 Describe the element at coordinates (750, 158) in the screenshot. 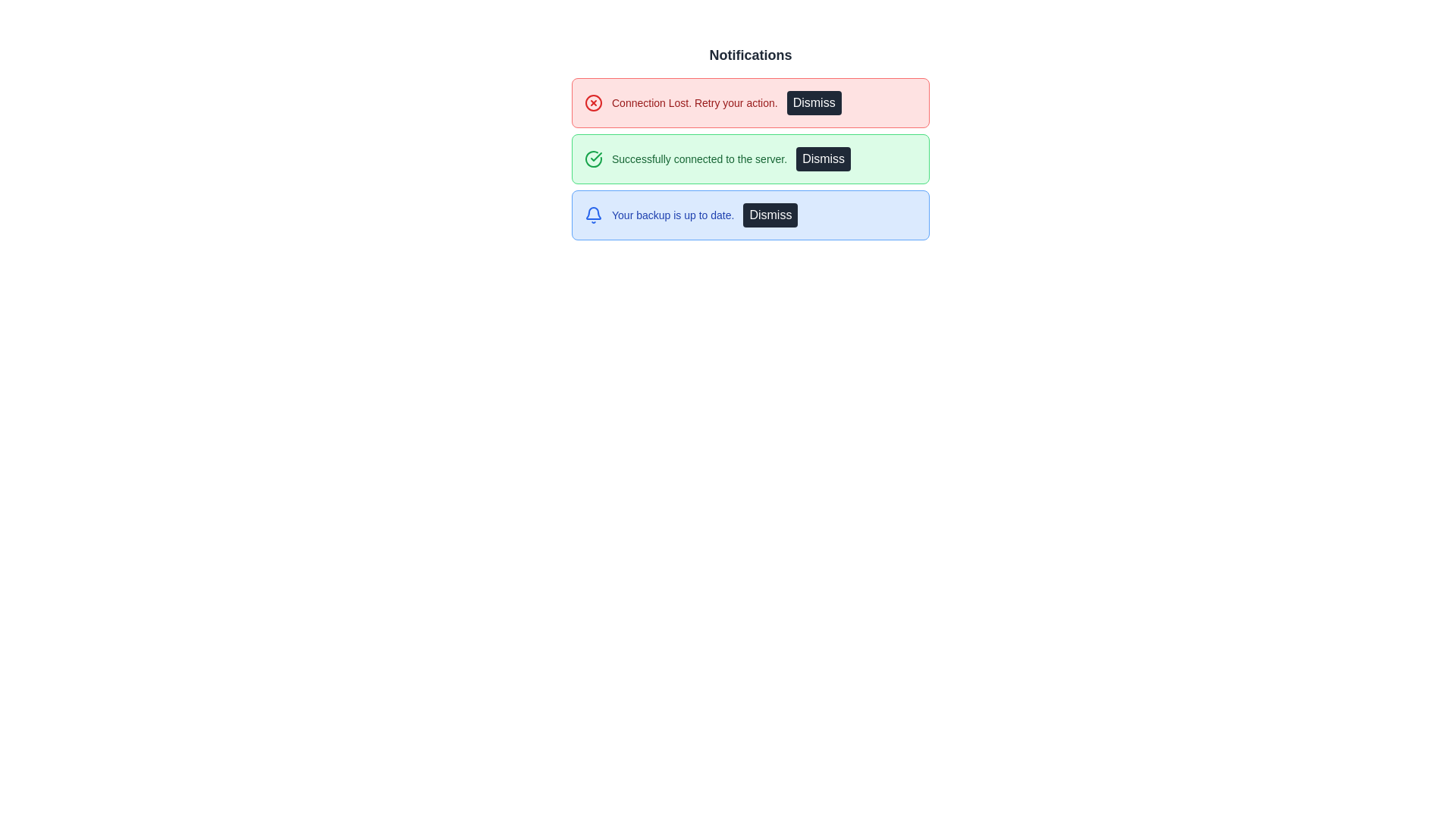

I see `the success notification message that informs the user about the successful connection to a server, which has a 'Dismiss' button adjacent to it` at that location.